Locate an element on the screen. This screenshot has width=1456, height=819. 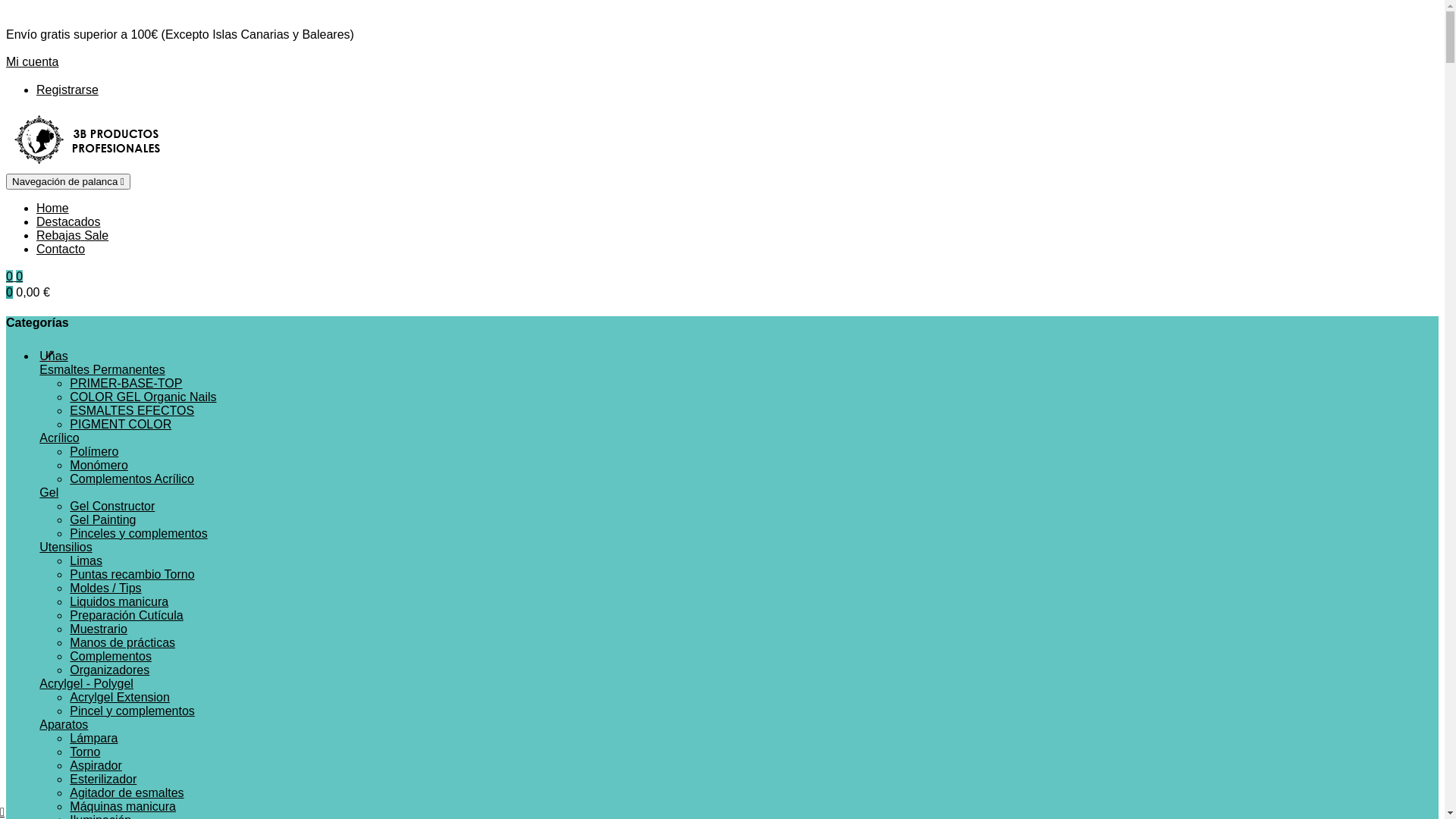
'Gel Constructor' is located at coordinates (111, 506).